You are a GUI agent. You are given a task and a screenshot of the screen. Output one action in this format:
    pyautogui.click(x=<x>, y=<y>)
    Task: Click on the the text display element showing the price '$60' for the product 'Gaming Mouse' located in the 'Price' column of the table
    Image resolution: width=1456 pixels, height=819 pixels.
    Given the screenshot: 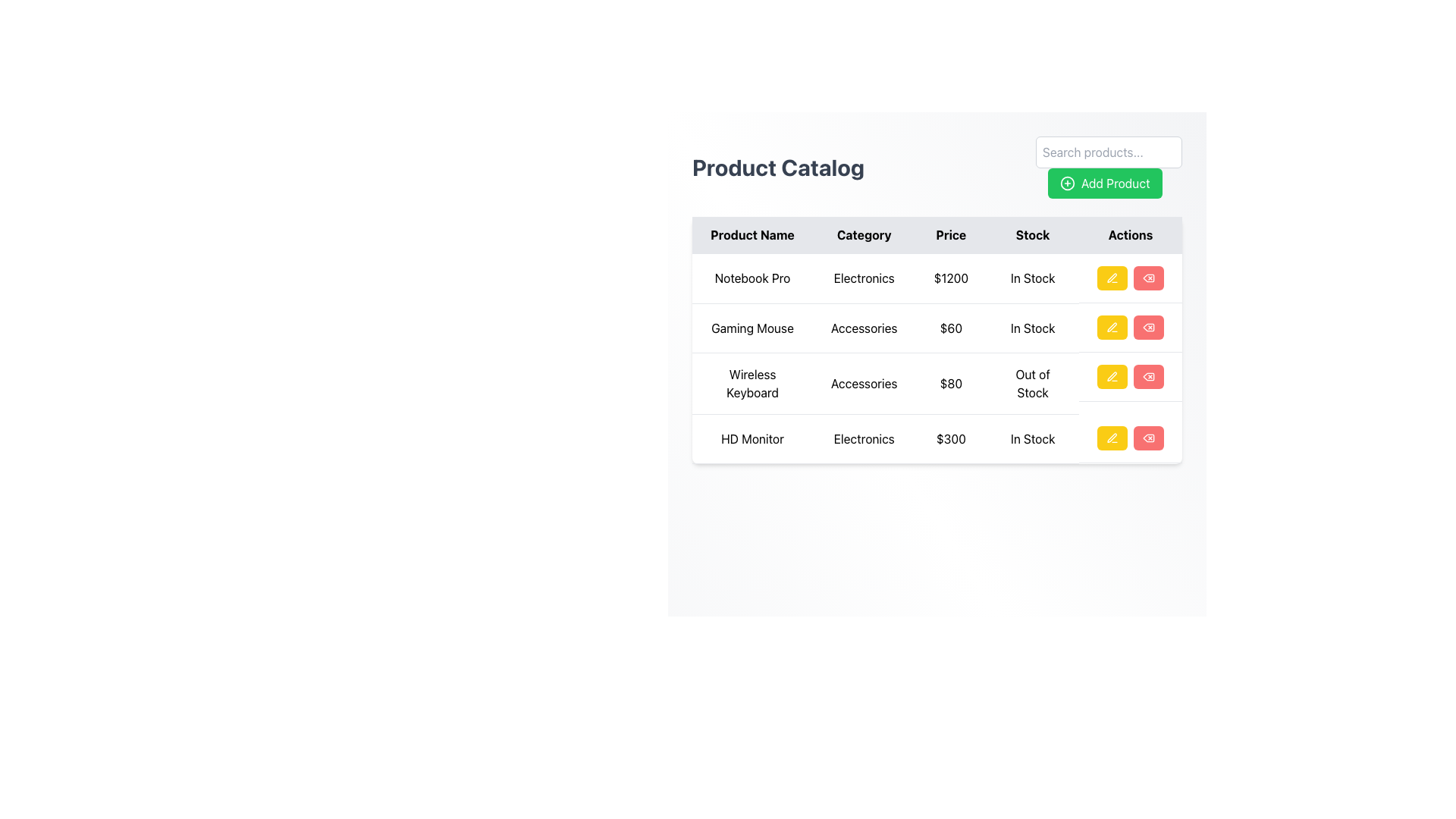 What is the action you would take?
    pyautogui.click(x=950, y=327)
    